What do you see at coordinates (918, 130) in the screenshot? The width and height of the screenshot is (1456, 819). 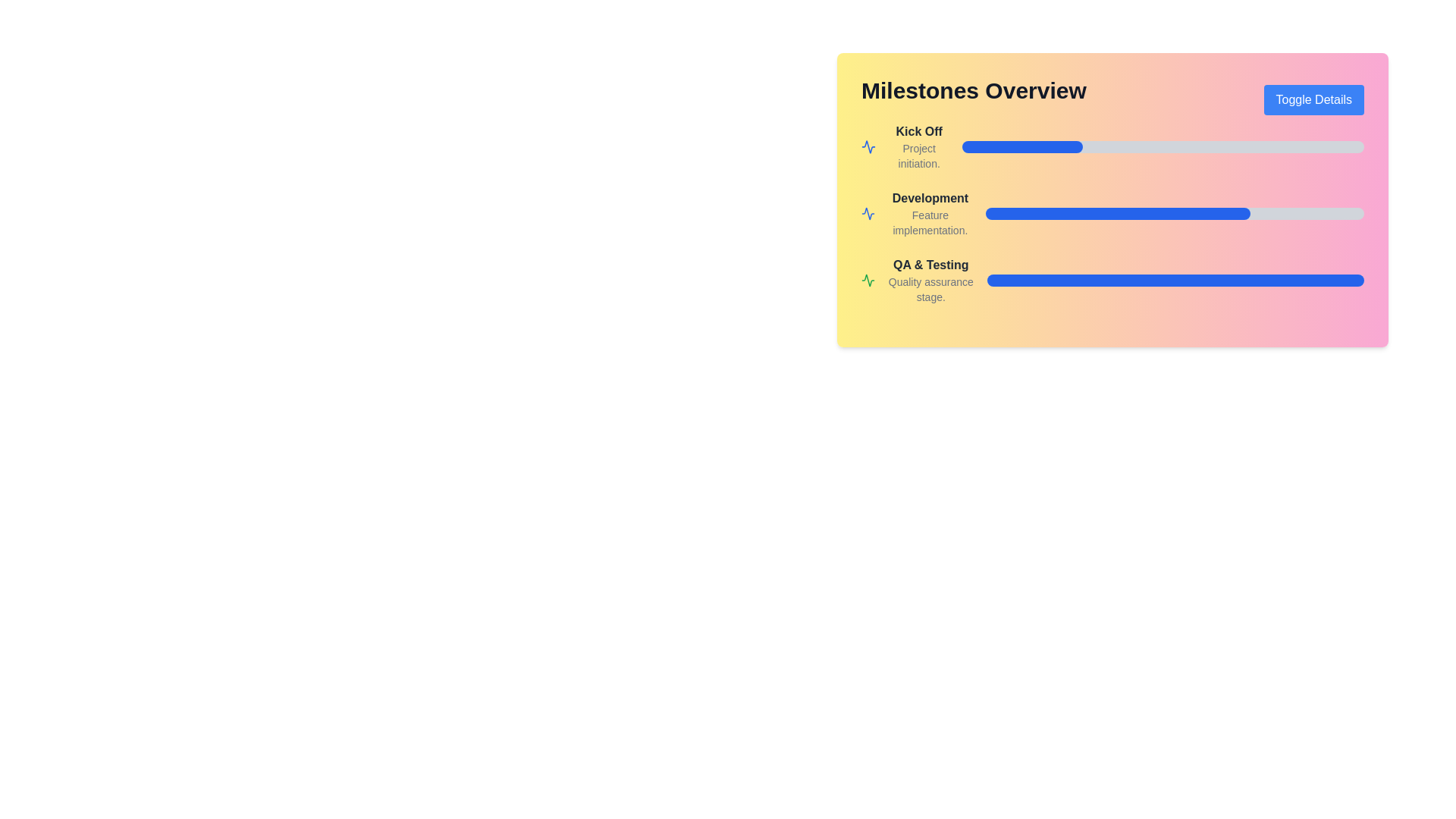 I see `the 'Kick Off' text label to trigger potential tooltip or styling effects` at bounding box center [918, 130].